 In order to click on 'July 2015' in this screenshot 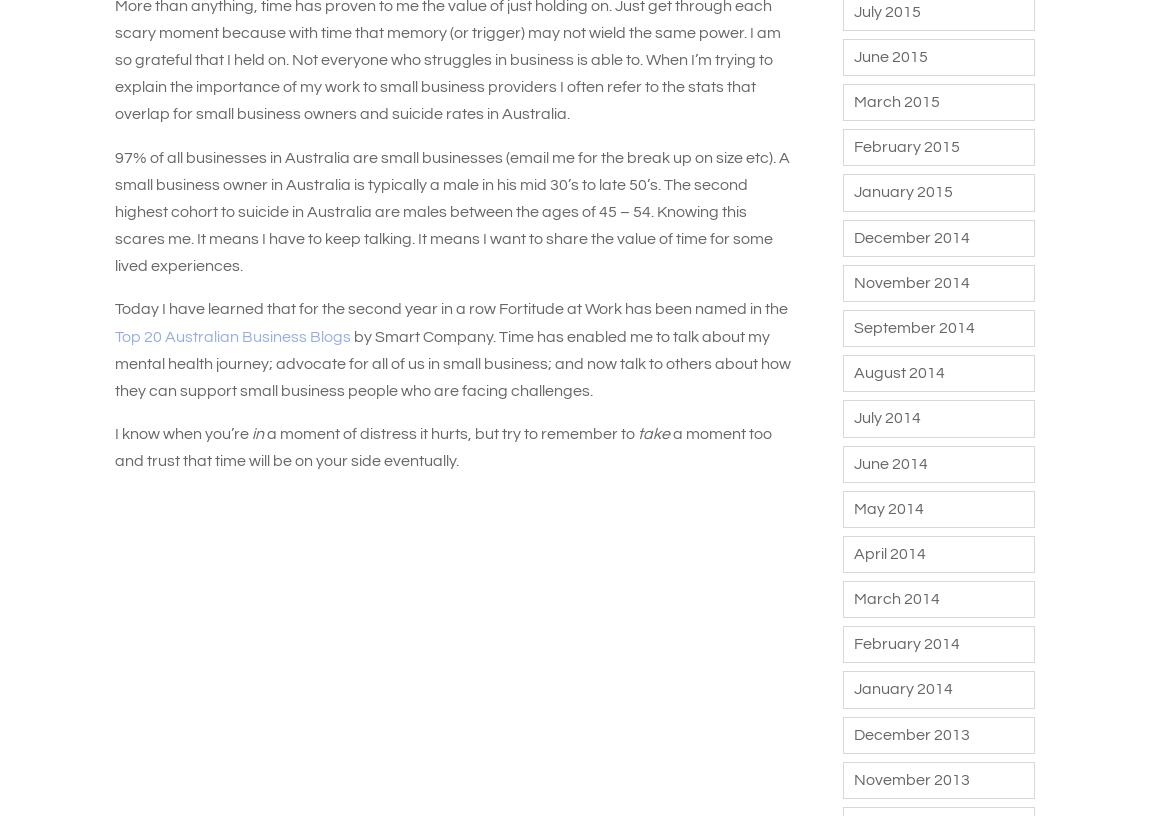, I will do `click(886, 10)`.